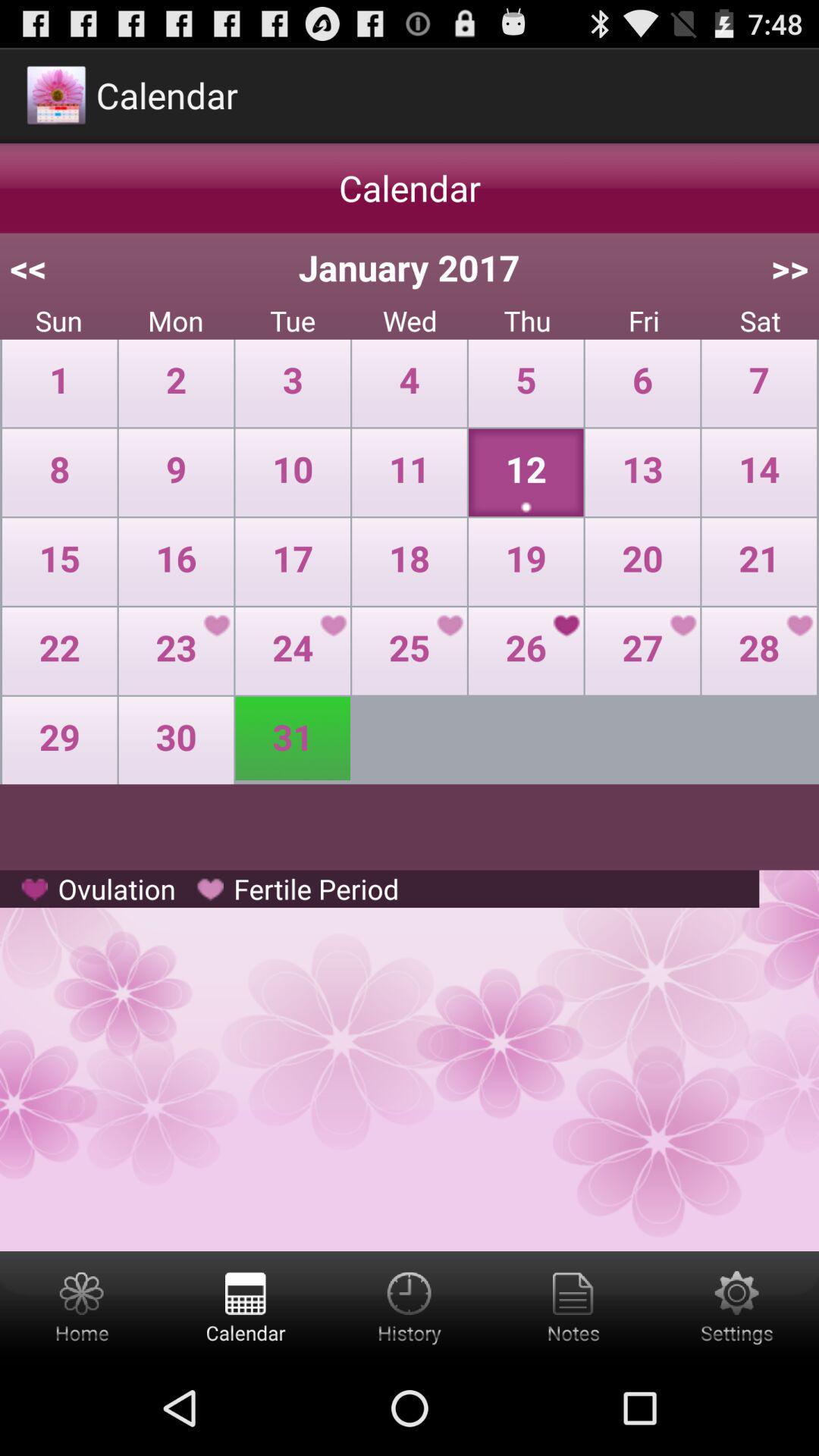 The height and width of the screenshot is (1456, 819). I want to click on settings button, so click(736, 1305).